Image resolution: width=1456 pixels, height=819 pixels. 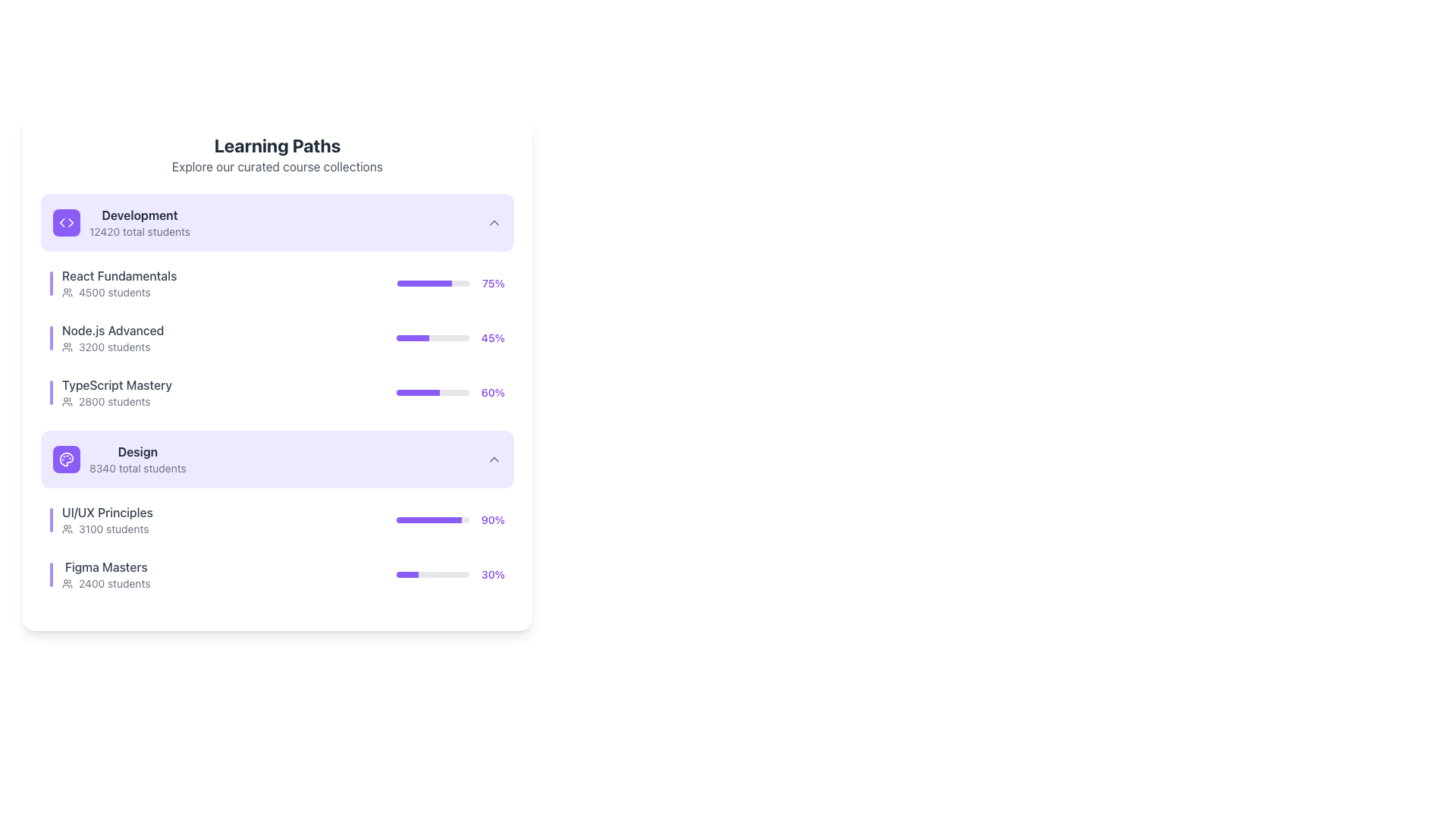 What do you see at coordinates (277, 337) in the screenshot?
I see `the course title of the 'Node.js Advanced' course in the second row under the 'Development' section` at bounding box center [277, 337].